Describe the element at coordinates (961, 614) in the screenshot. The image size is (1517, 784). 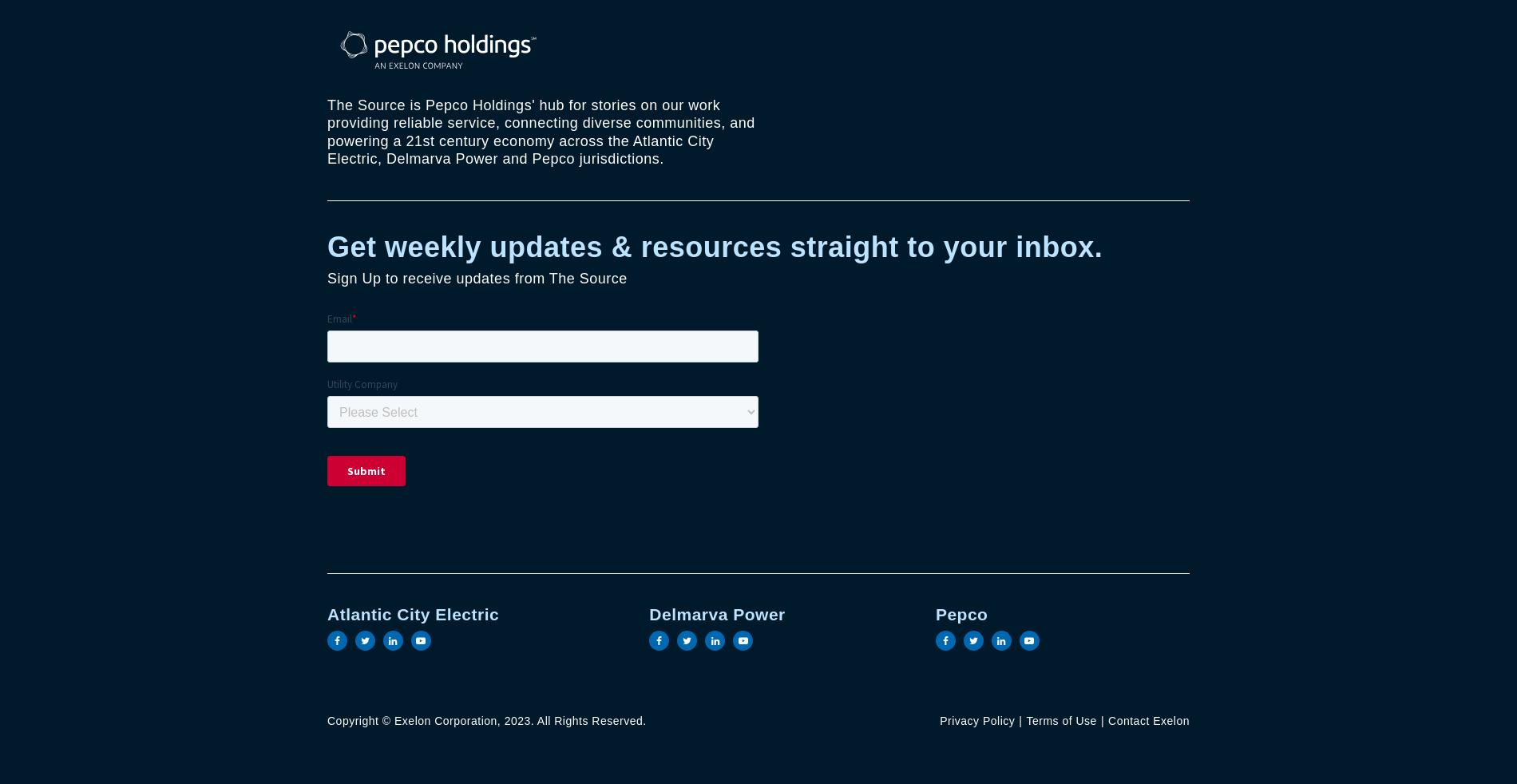
I see `'Pepco'` at that location.